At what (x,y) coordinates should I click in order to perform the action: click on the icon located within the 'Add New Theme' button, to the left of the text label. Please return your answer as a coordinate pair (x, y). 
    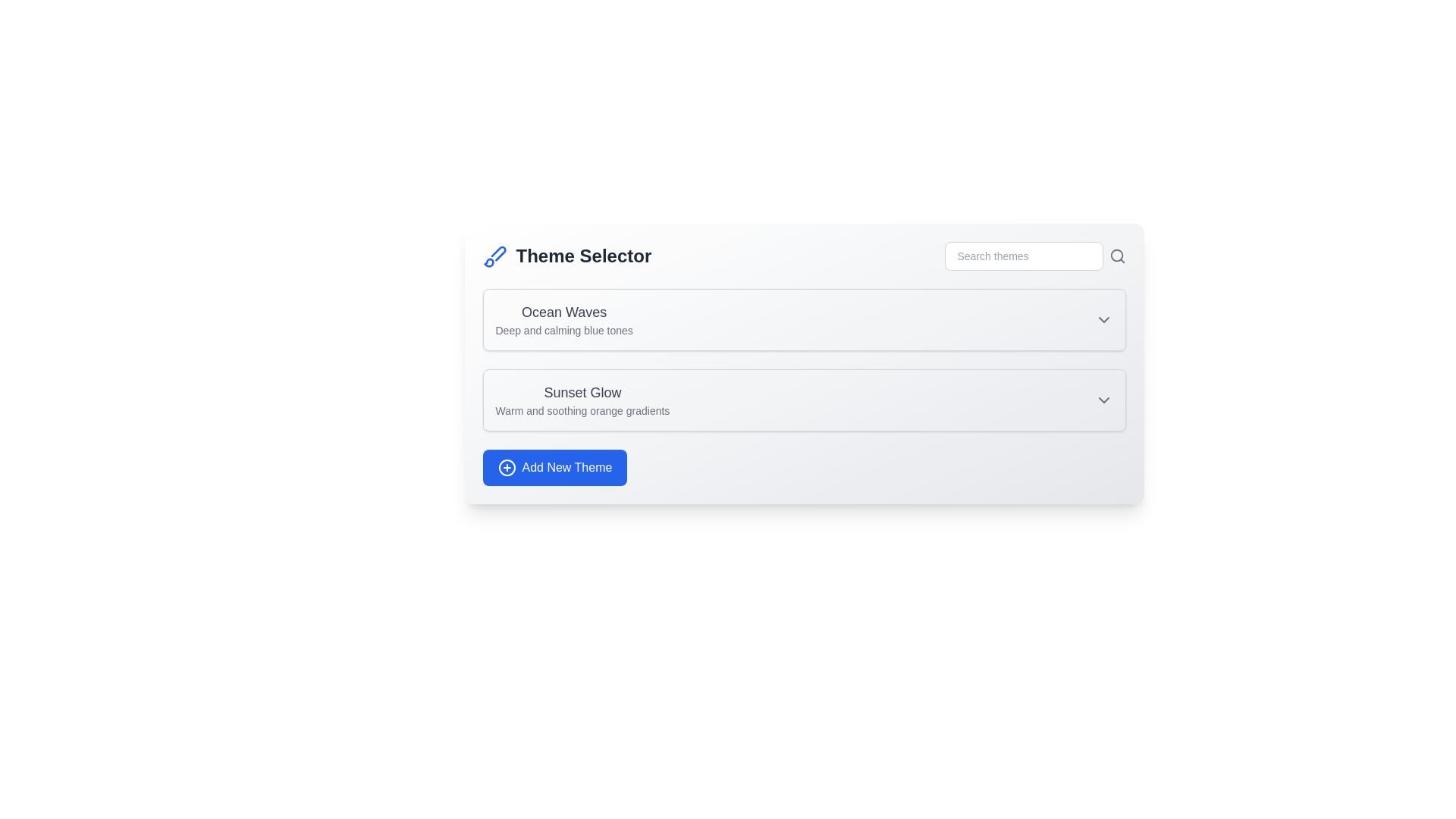
    Looking at the image, I should click on (507, 467).